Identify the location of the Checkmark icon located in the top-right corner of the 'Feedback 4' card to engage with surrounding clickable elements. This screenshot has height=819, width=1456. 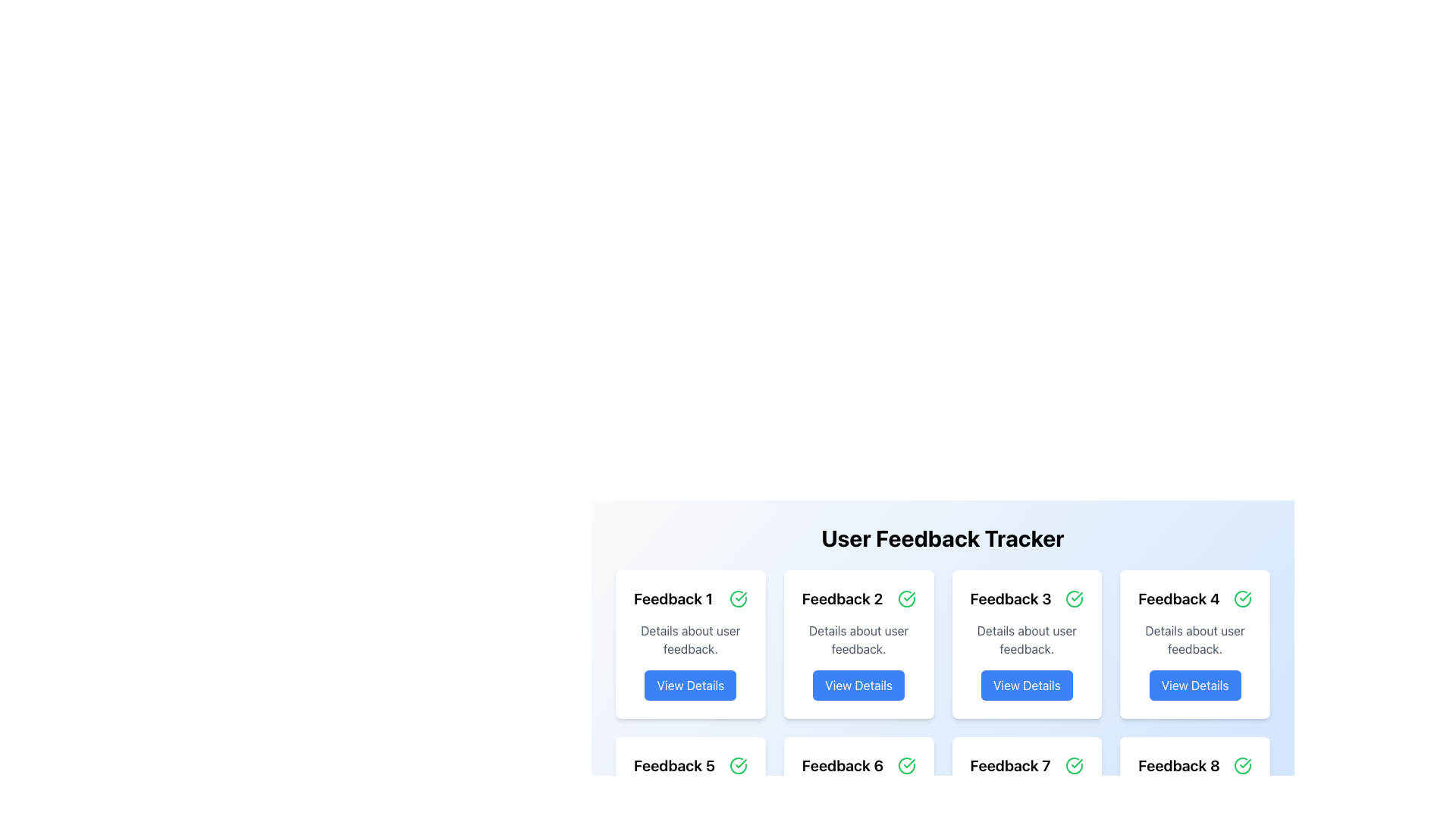
(1245, 595).